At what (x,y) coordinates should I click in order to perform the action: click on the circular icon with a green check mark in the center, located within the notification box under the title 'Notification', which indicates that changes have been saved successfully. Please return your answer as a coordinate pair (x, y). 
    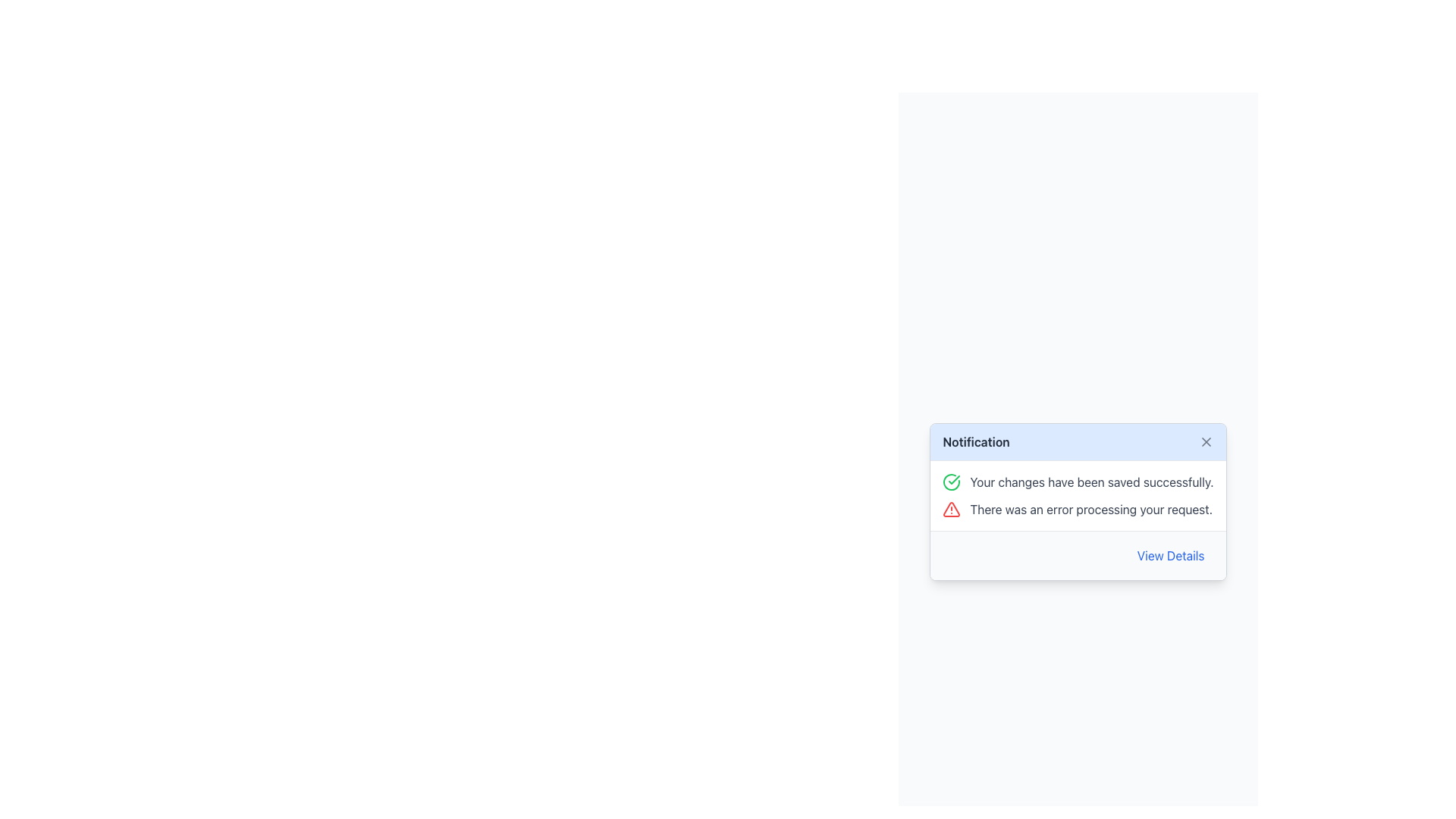
    Looking at the image, I should click on (951, 482).